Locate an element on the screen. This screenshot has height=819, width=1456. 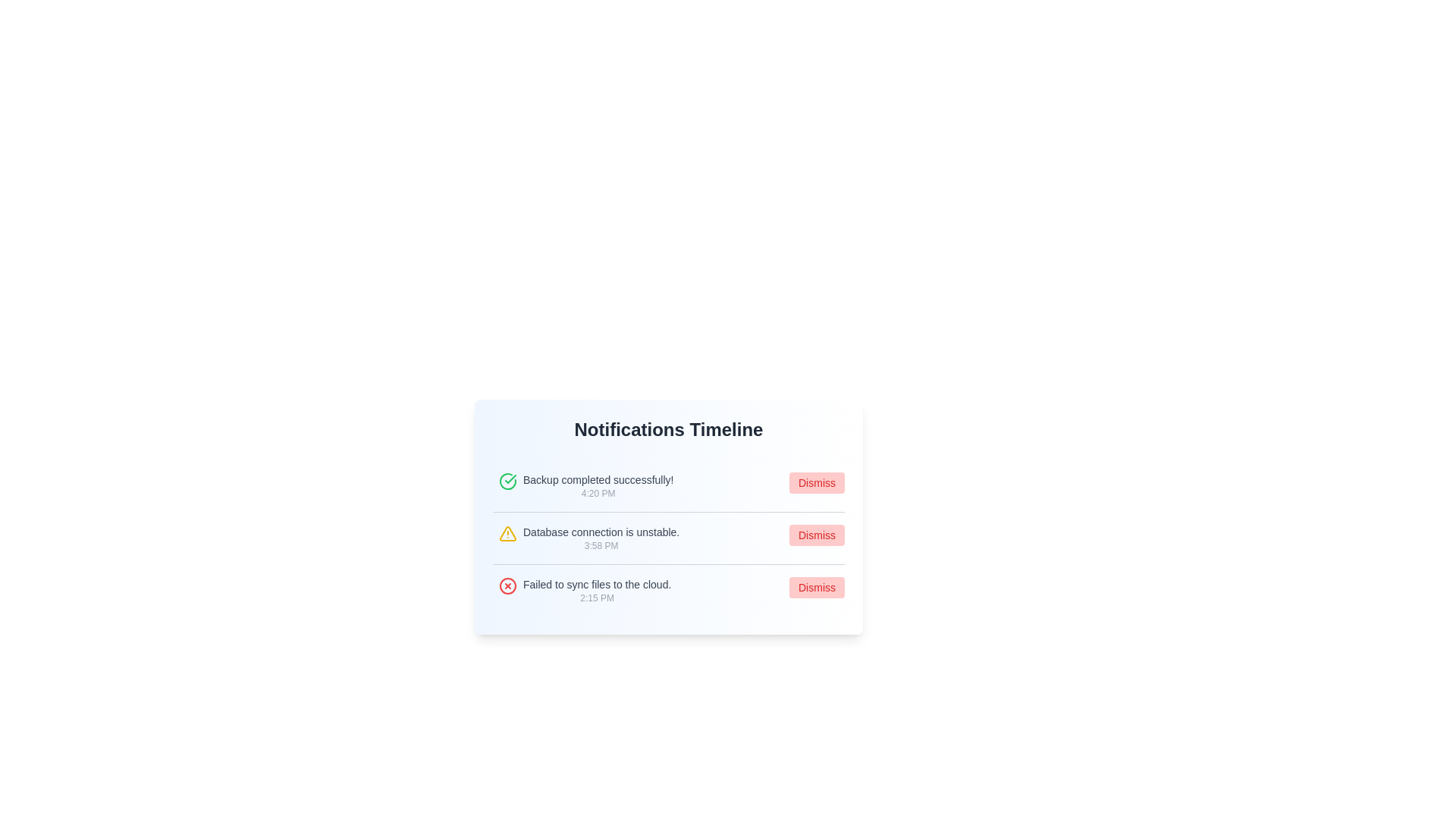
the static text header labeled 'Notifications Timeline', which is prominently displayed at the top of the notifications panel is located at coordinates (668, 430).